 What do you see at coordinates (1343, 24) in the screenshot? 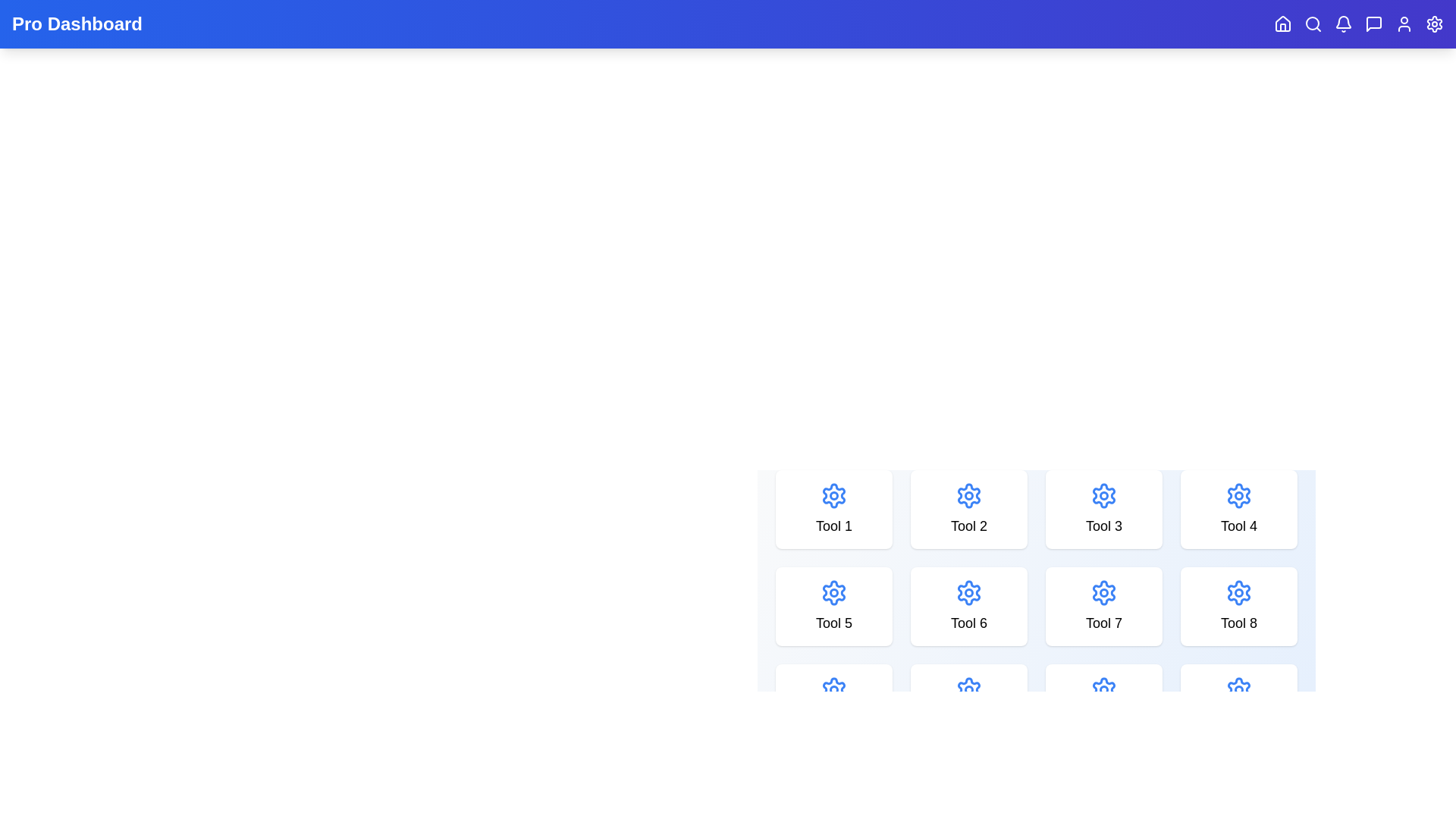
I see `the Bell navigation icon in the header` at bounding box center [1343, 24].